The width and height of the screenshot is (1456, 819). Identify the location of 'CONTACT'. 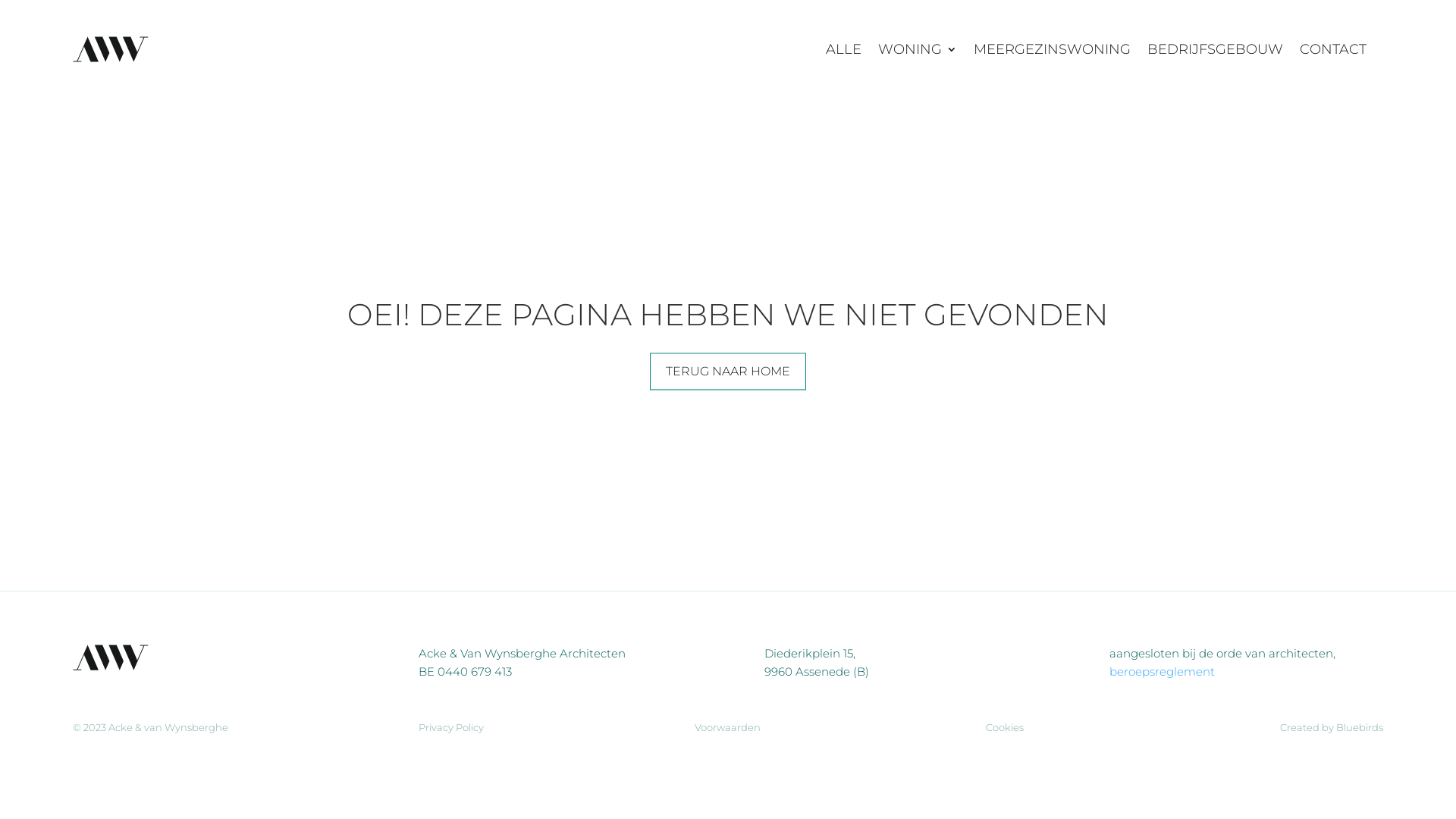
(1332, 49).